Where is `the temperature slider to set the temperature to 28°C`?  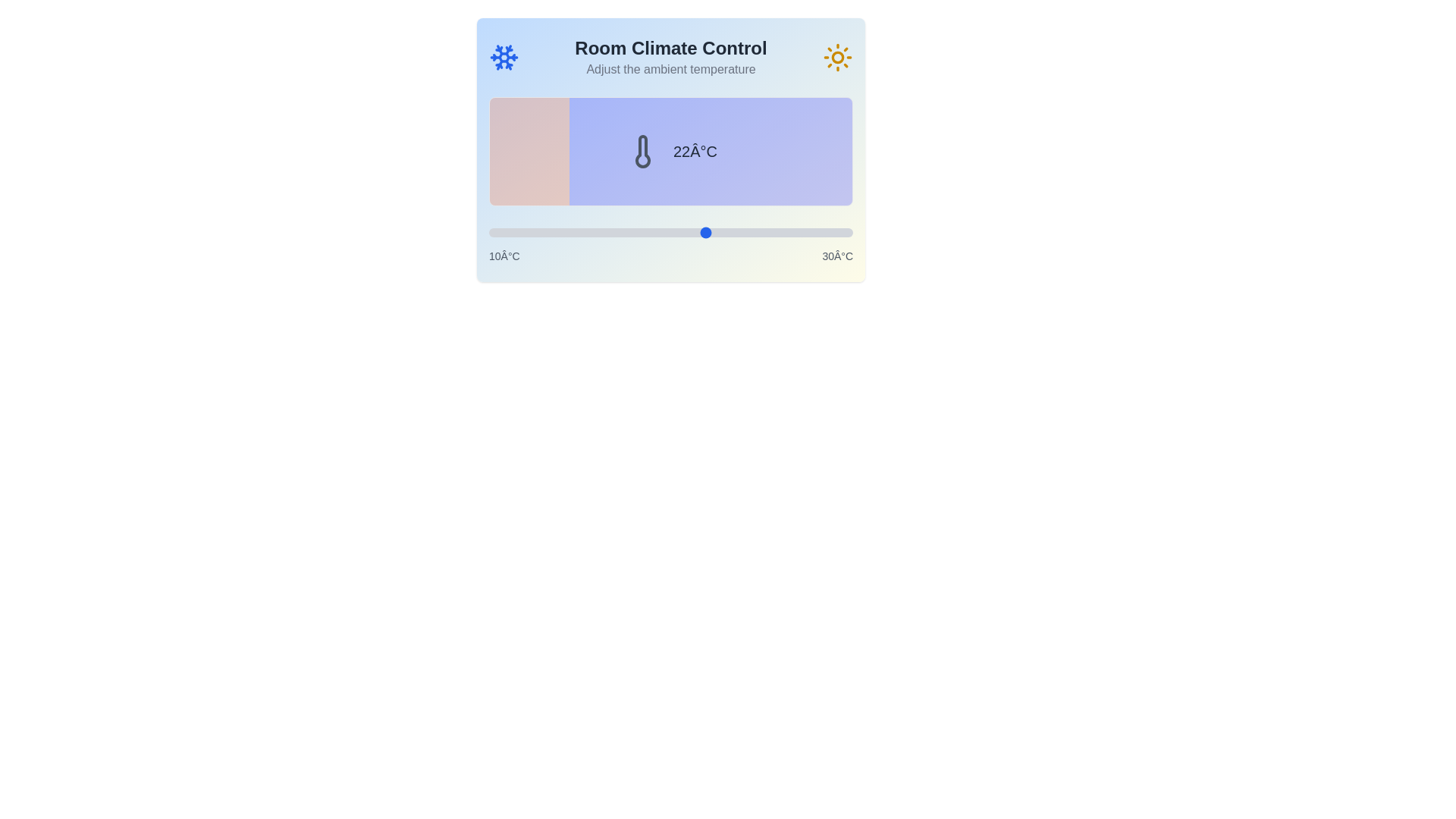
the temperature slider to set the temperature to 28°C is located at coordinates (815, 233).